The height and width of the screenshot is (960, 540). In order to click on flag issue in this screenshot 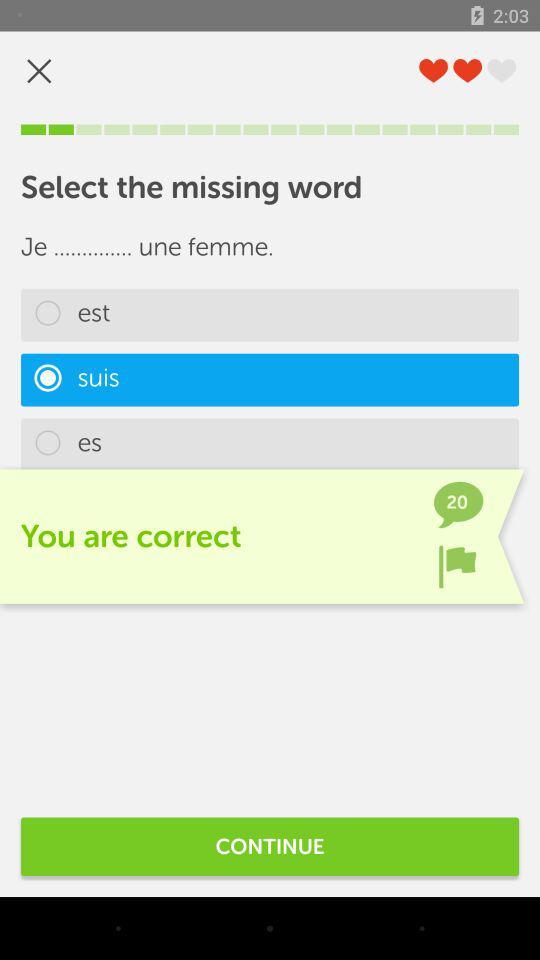, I will do `click(457, 566)`.